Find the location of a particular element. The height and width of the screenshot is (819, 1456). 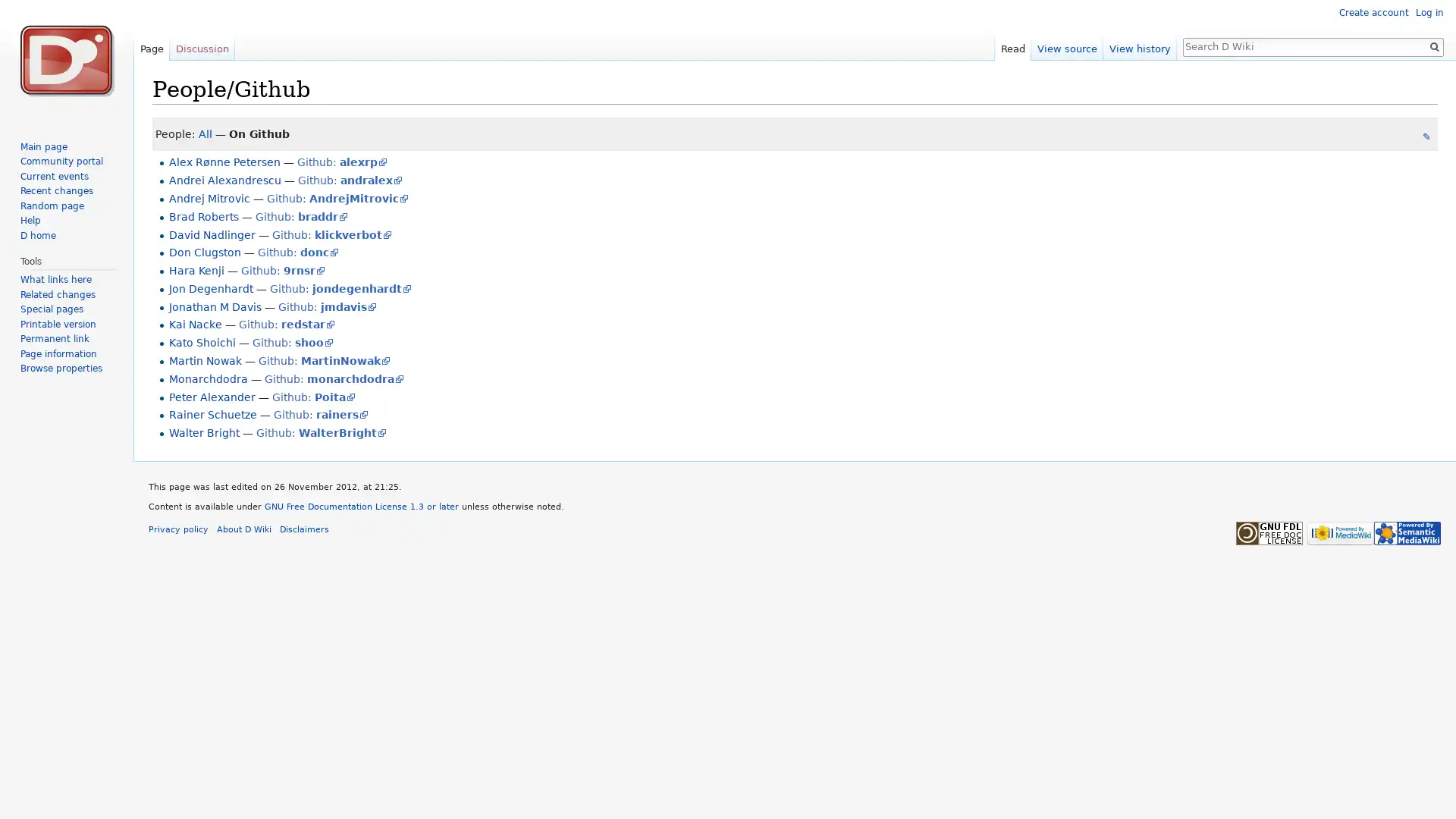

Go is located at coordinates (1433, 45).